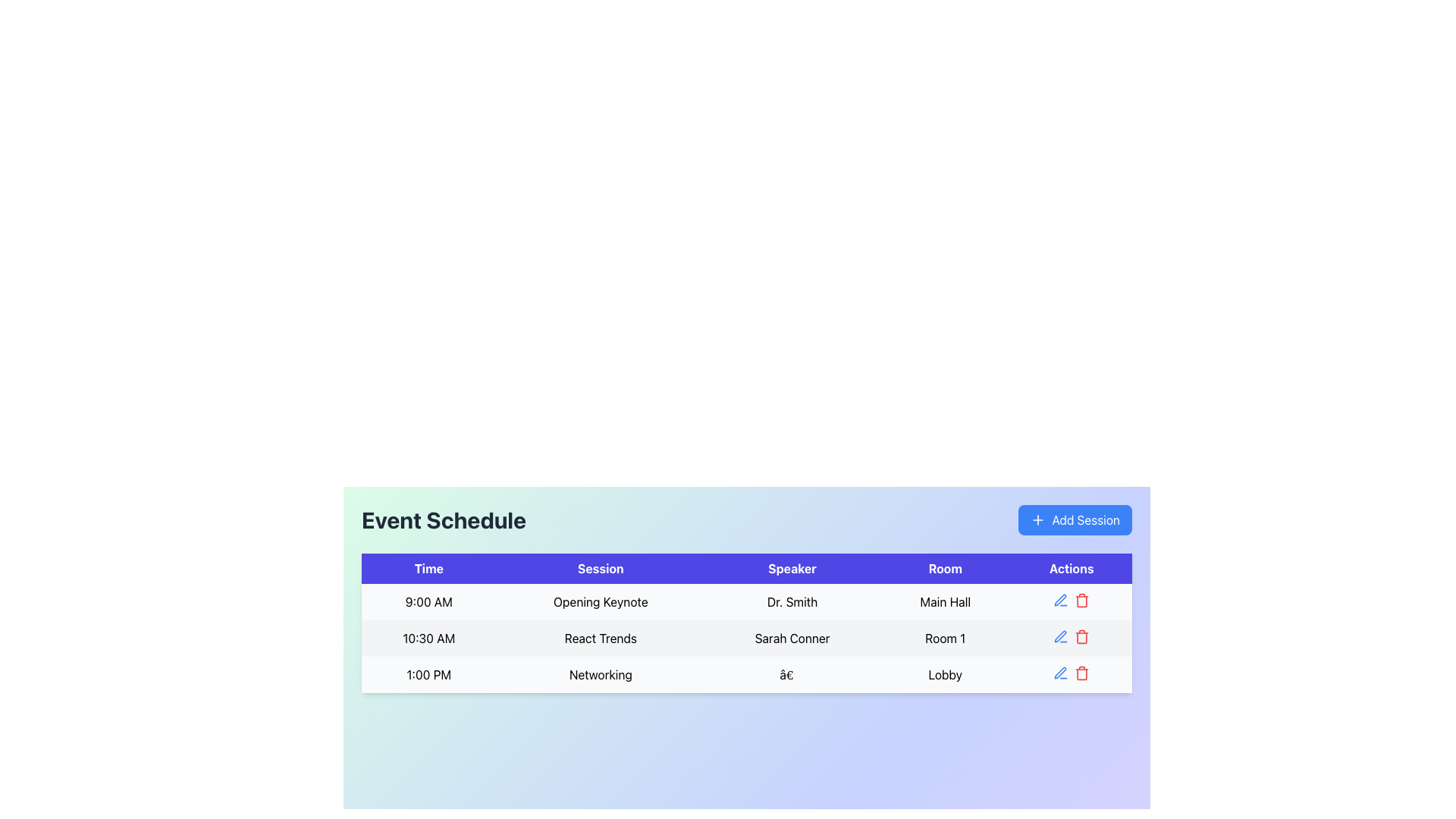 This screenshot has width=1456, height=819. What do you see at coordinates (600, 674) in the screenshot?
I see `text from the Text Label indicating the event session titled 'Networking' occurring at 1:00 PM, located in the third row and second column of the schedule table under the 'Session' header` at bounding box center [600, 674].